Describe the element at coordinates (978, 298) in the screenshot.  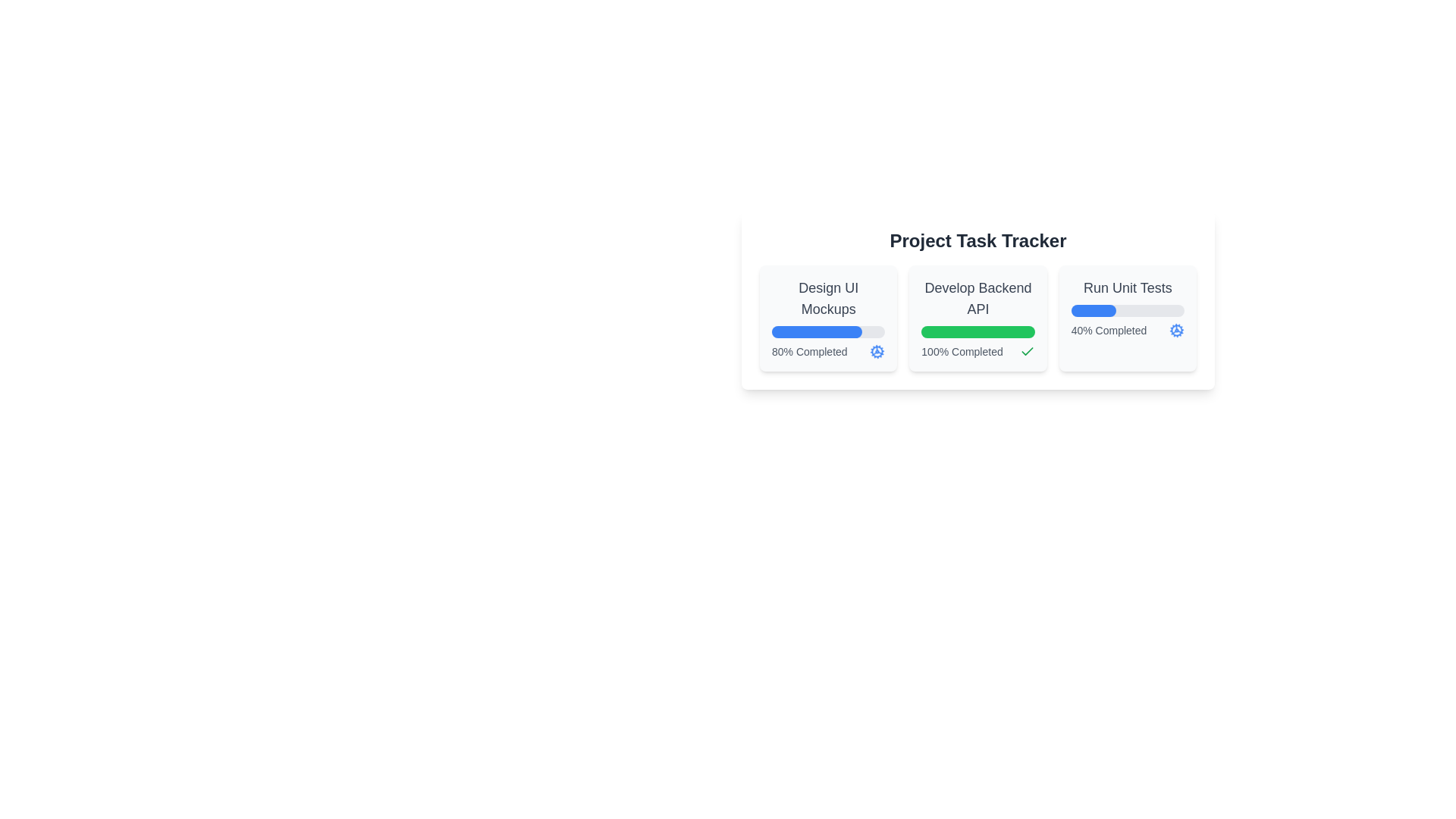
I see `the title text label representing the task 'Develop Backend API', which is centrally positioned at the top of its task card` at that location.